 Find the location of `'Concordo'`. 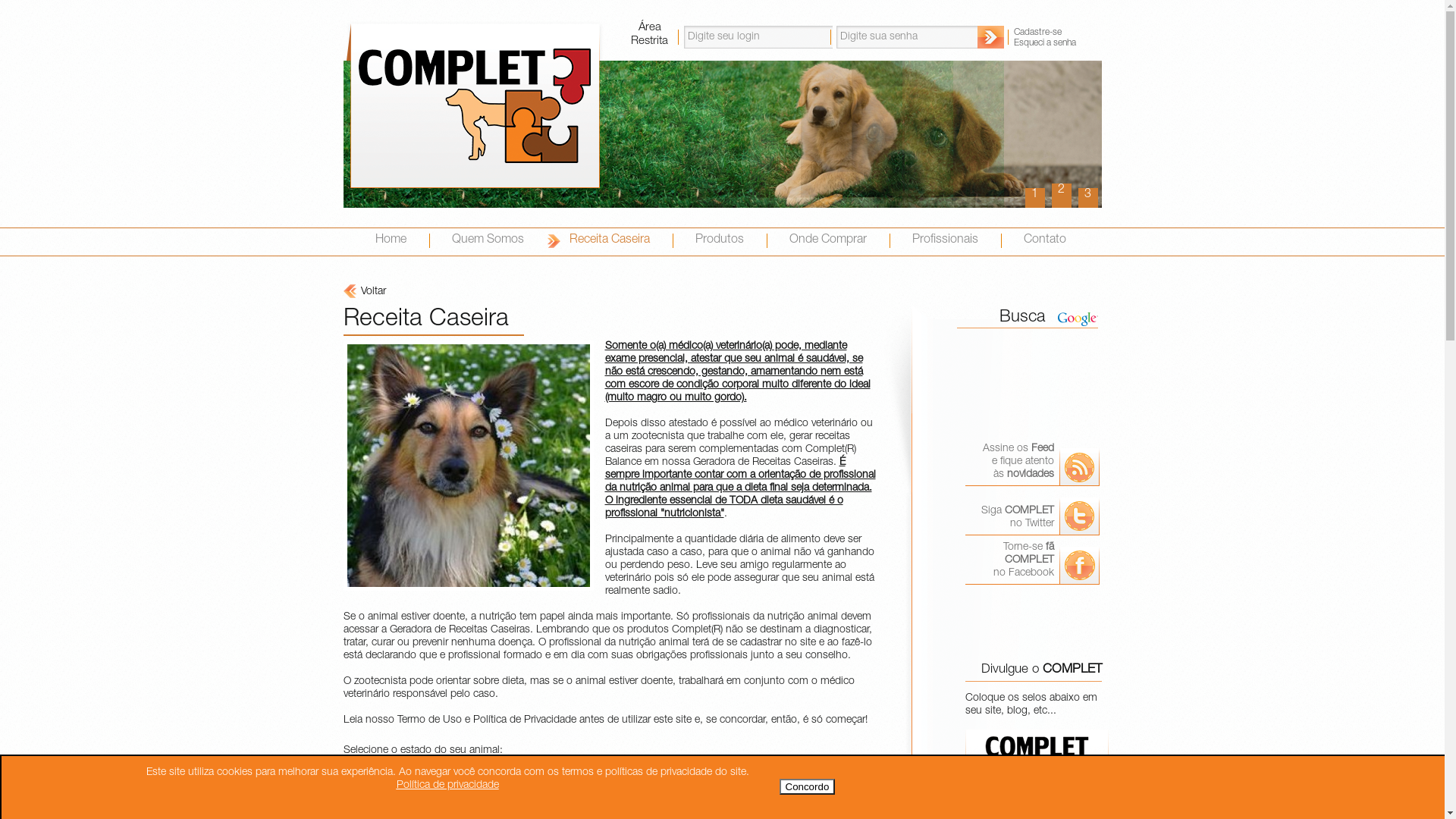

'Concordo' is located at coordinates (779, 786).